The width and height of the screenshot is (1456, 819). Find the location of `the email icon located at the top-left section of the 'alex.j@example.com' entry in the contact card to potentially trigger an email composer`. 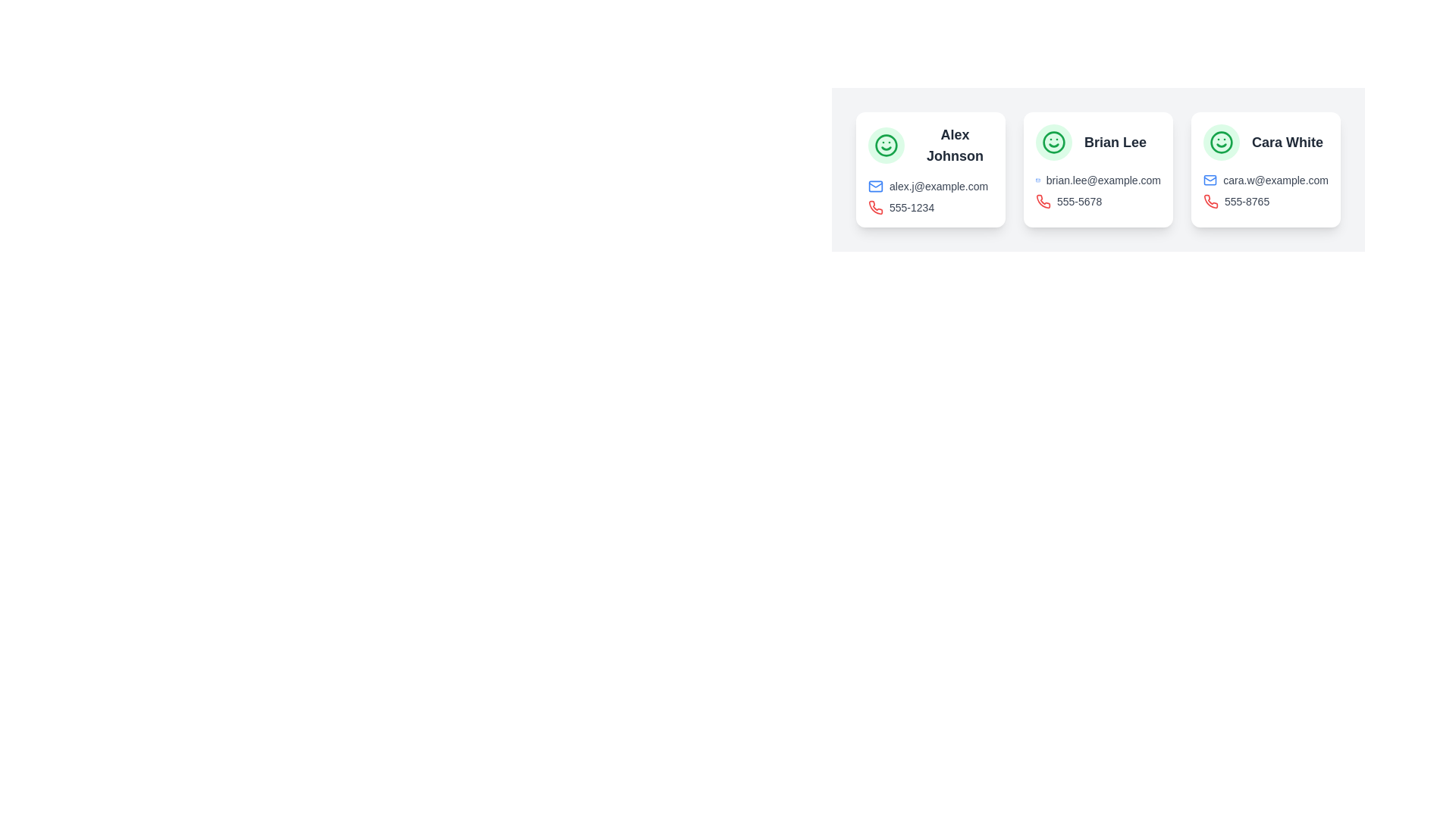

the email icon located at the top-left section of the 'alex.j@example.com' entry in the contact card to potentially trigger an email composer is located at coordinates (876, 186).